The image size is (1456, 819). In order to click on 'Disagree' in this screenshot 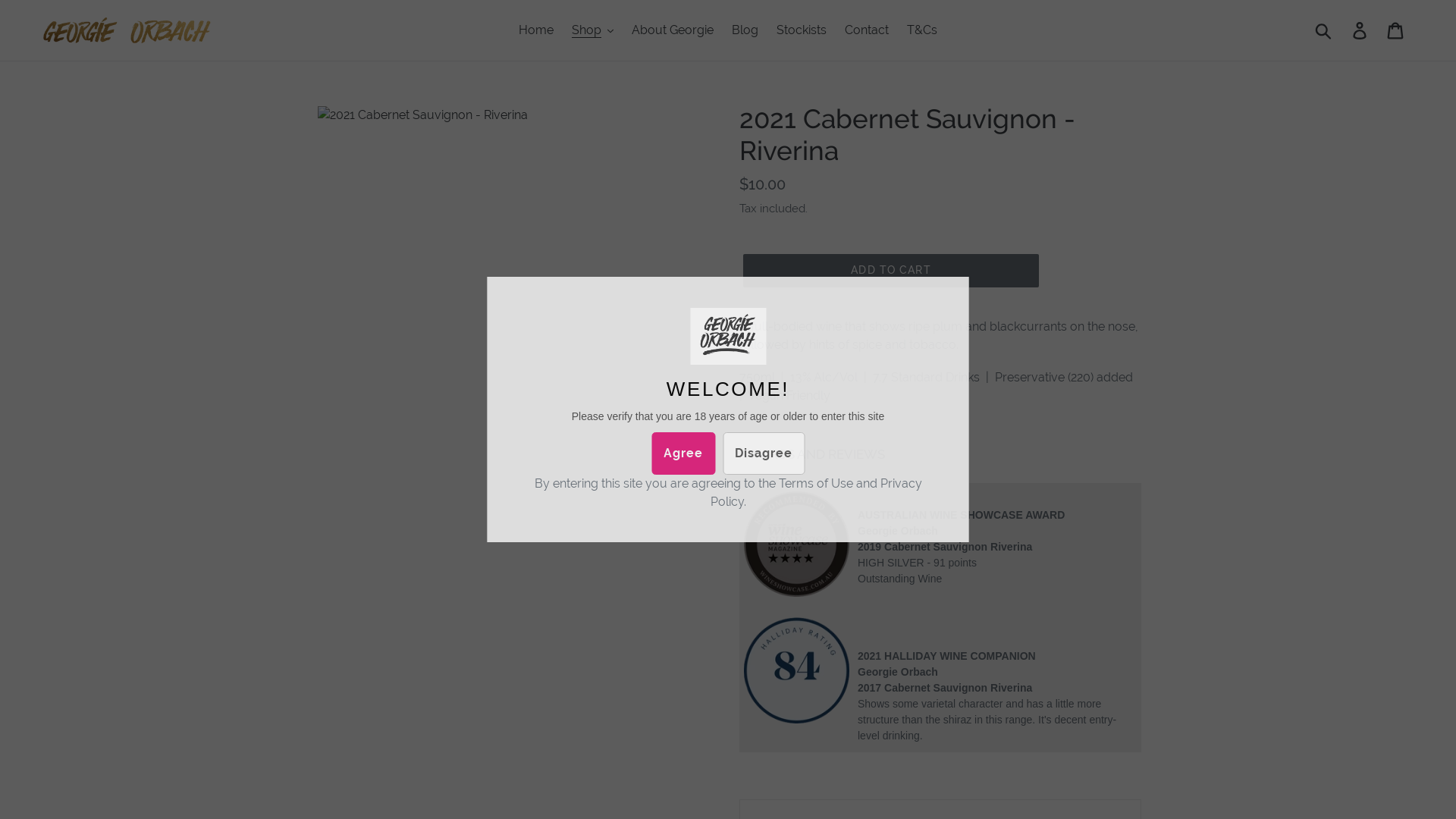, I will do `click(764, 452)`.